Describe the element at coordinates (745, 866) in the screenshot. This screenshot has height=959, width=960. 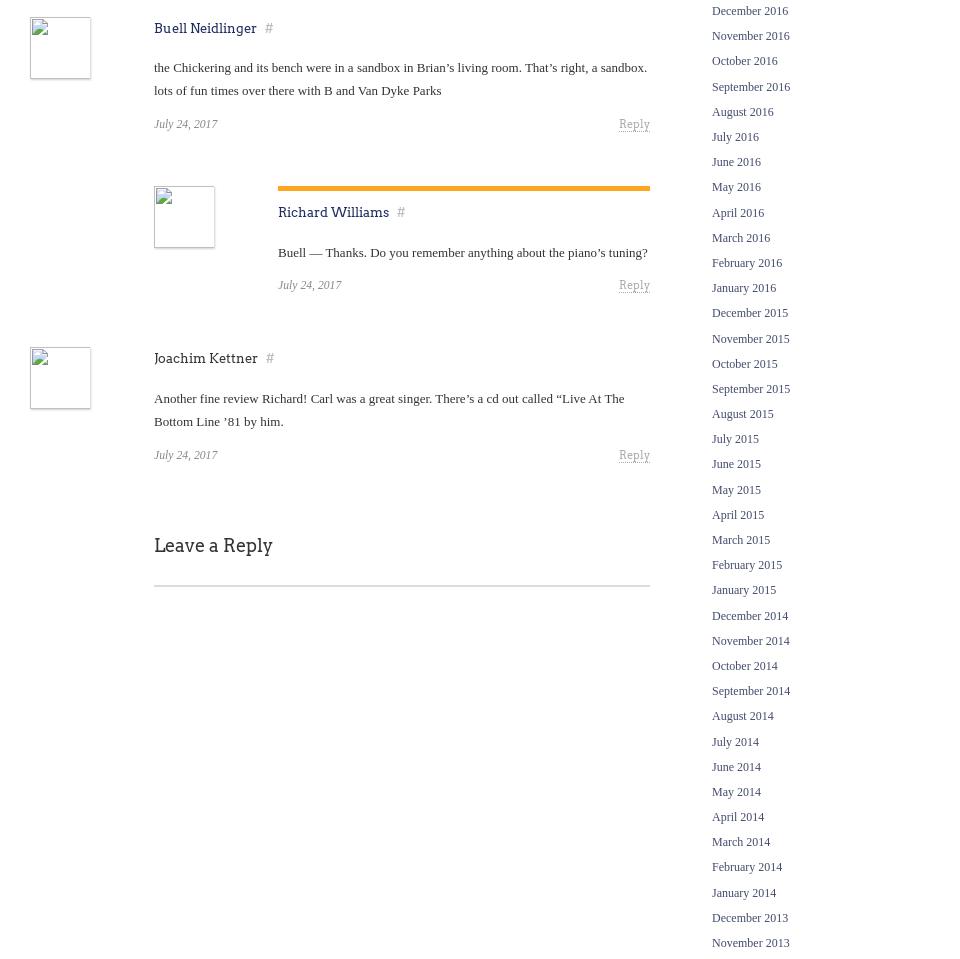
I see `'February 2014'` at that location.